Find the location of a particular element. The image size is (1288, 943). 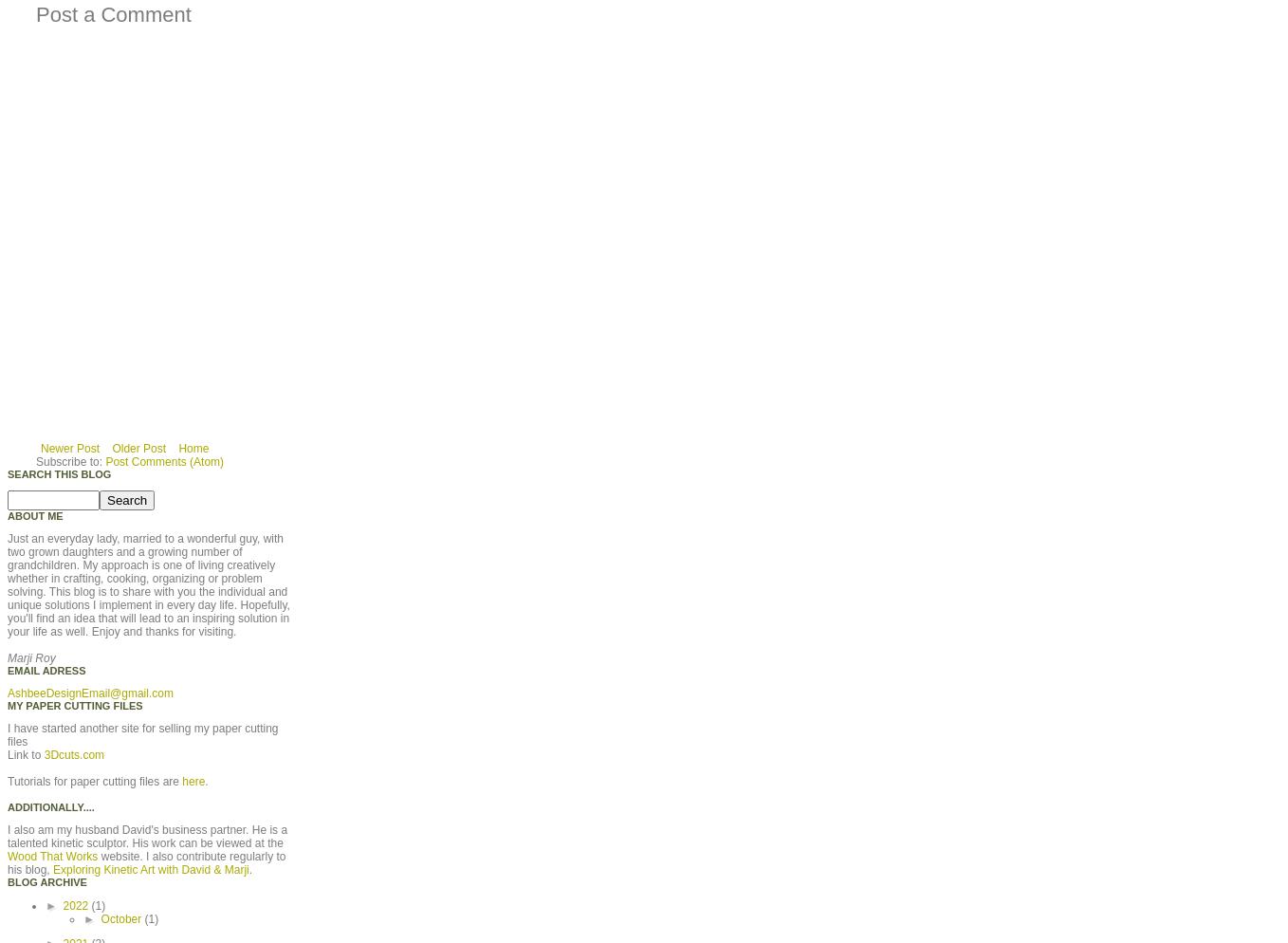

'Wood That Works' is located at coordinates (52, 854).